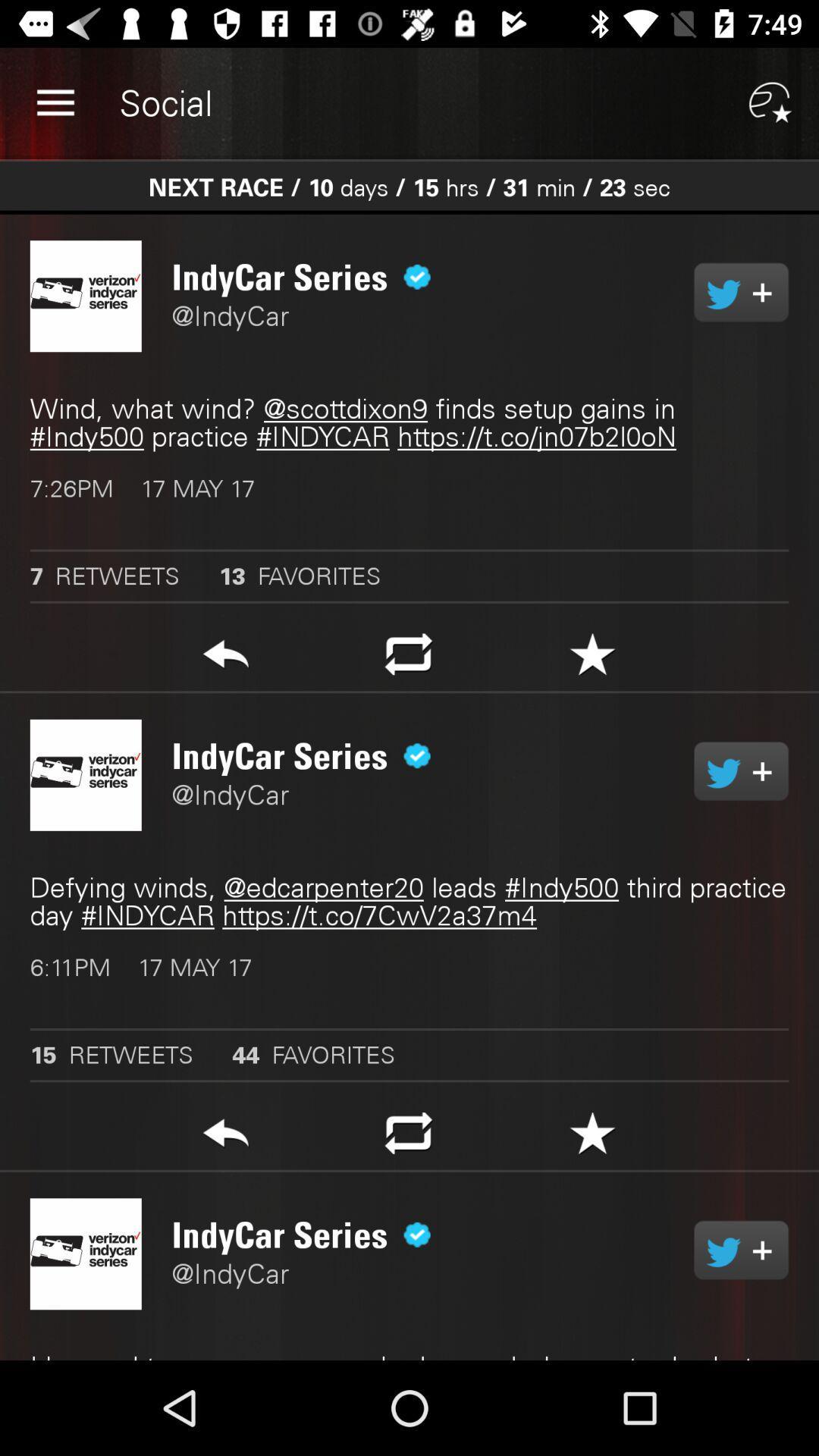 The width and height of the screenshot is (819, 1456). I want to click on retweet, so click(408, 658).